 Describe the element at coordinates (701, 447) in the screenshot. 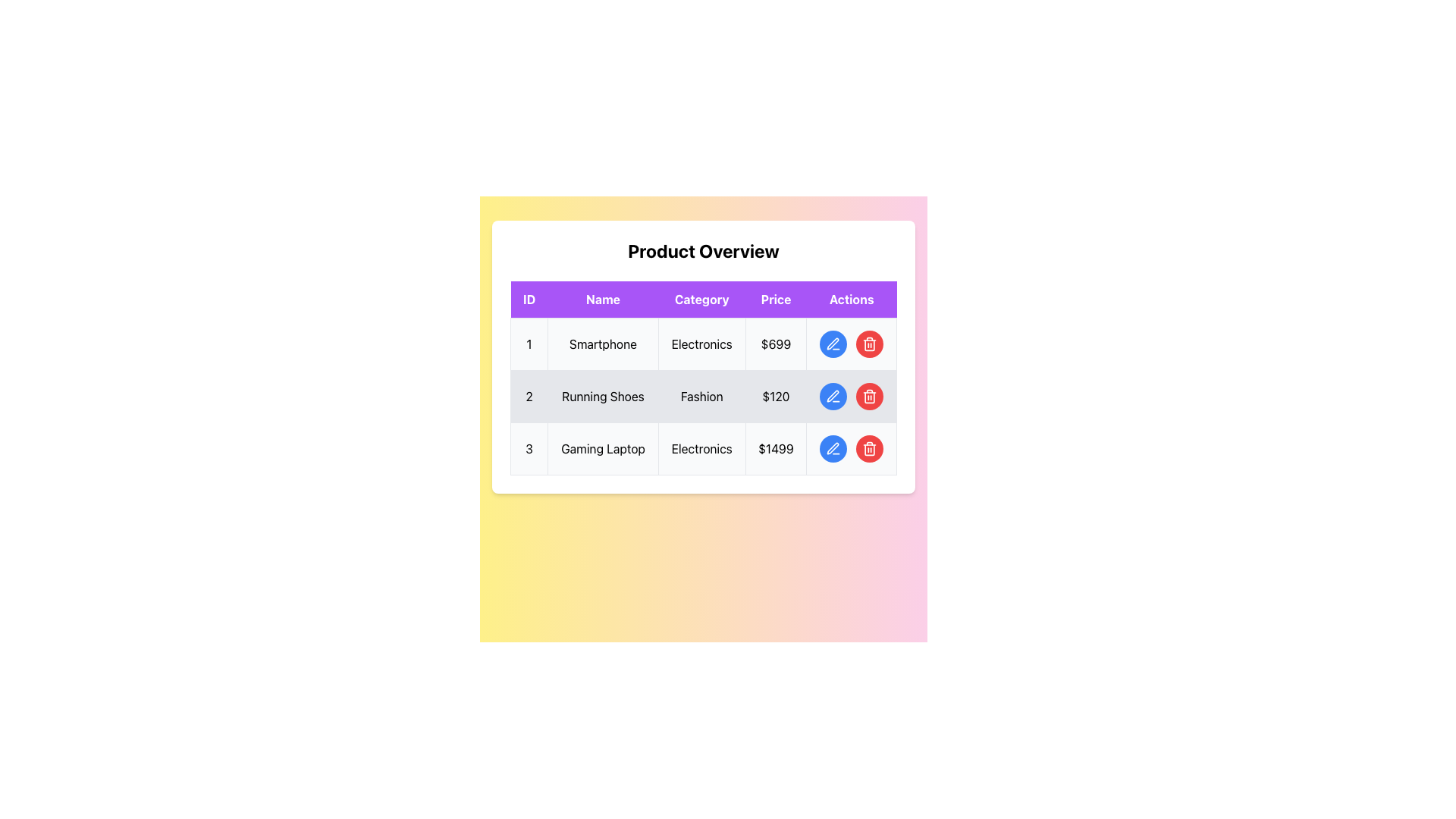

I see `the text label indicating the product category in the third row of the table, which is located between the 'Gaming Laptop' cell and the '$1499' cell` at that location.